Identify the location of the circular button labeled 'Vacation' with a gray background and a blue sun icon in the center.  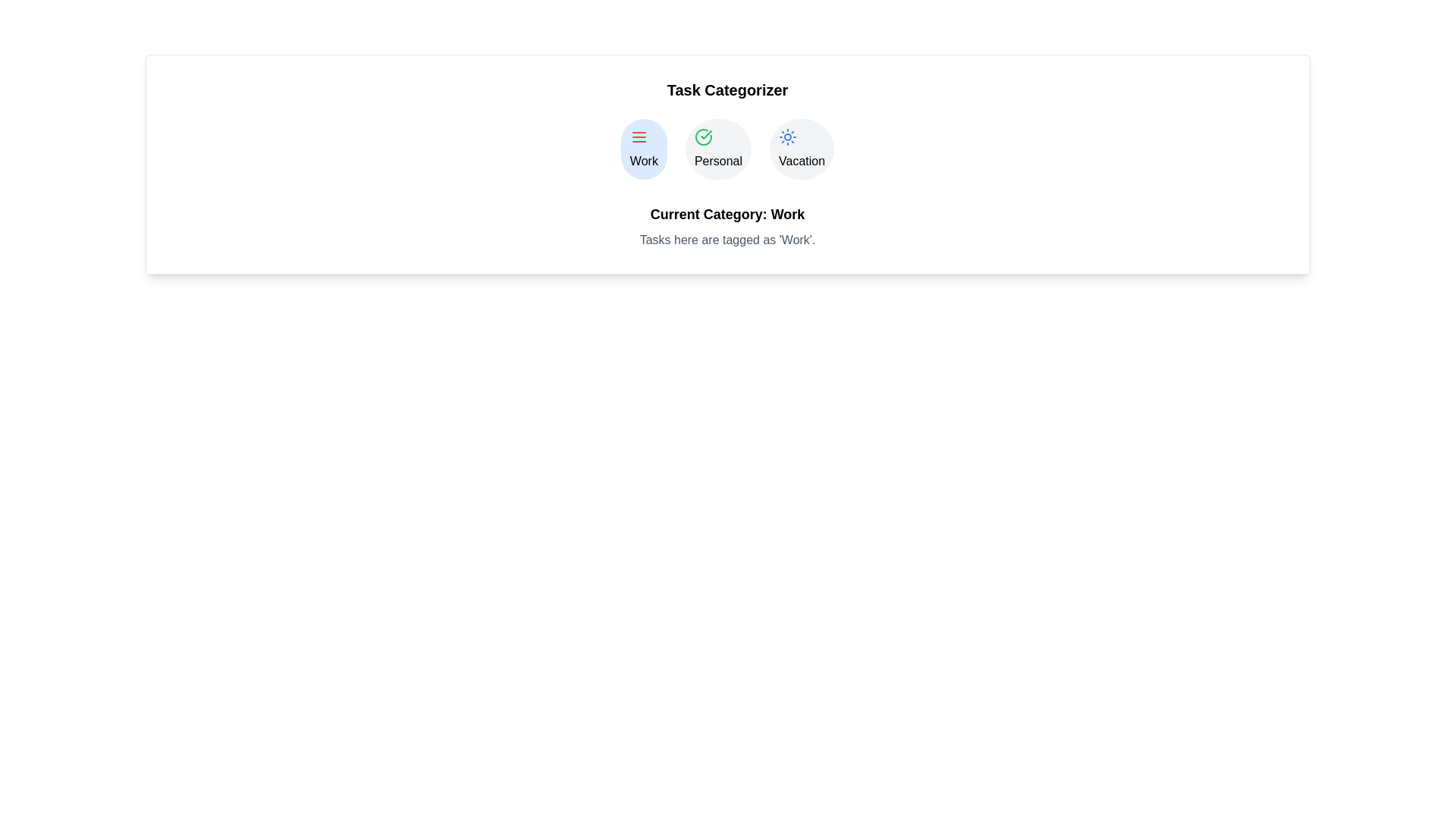
(801, 149).